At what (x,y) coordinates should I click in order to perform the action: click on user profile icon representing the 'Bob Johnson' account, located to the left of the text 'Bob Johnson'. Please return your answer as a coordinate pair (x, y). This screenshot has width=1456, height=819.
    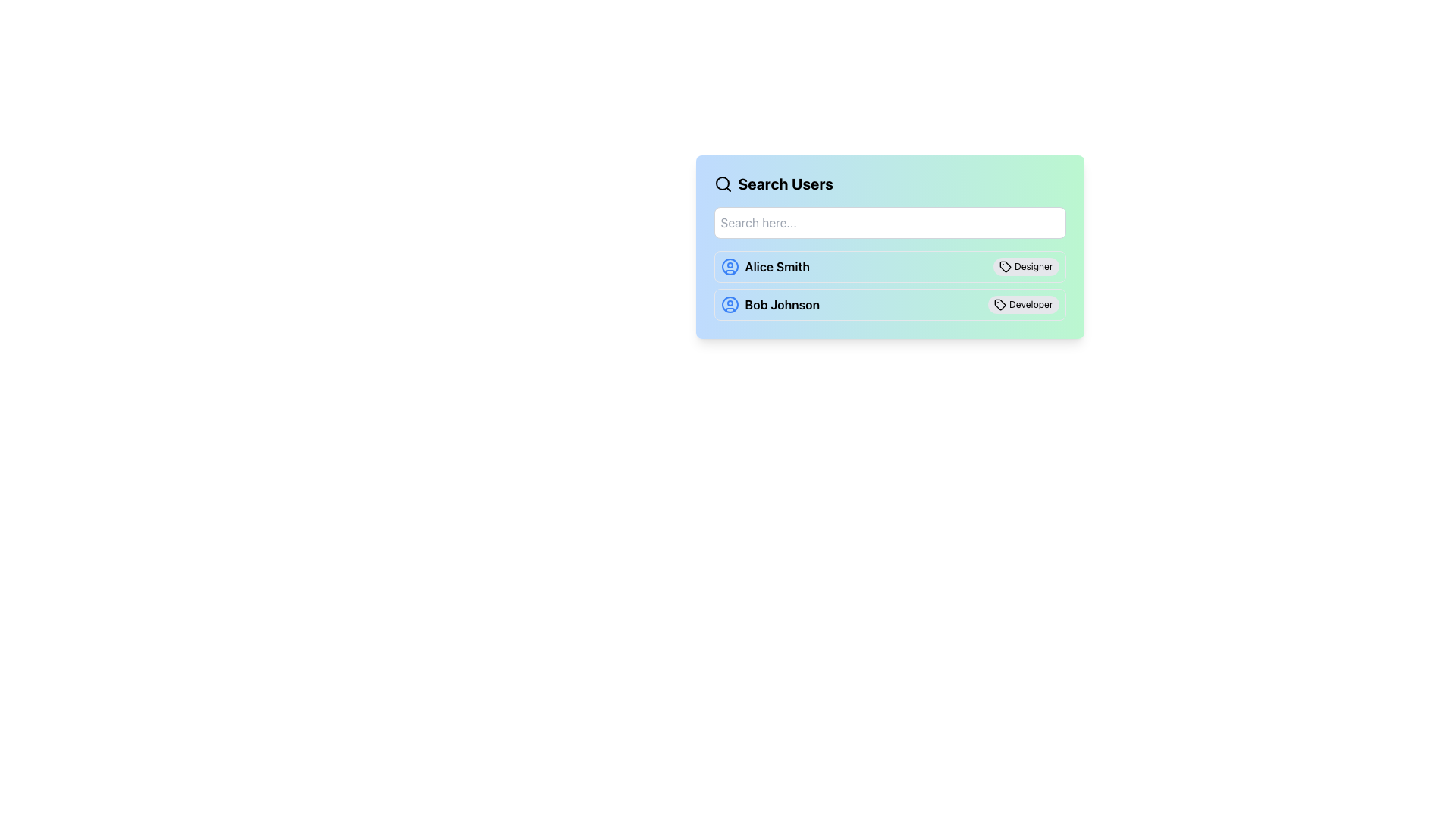
    Looking at the image, I should click on (730, 304).